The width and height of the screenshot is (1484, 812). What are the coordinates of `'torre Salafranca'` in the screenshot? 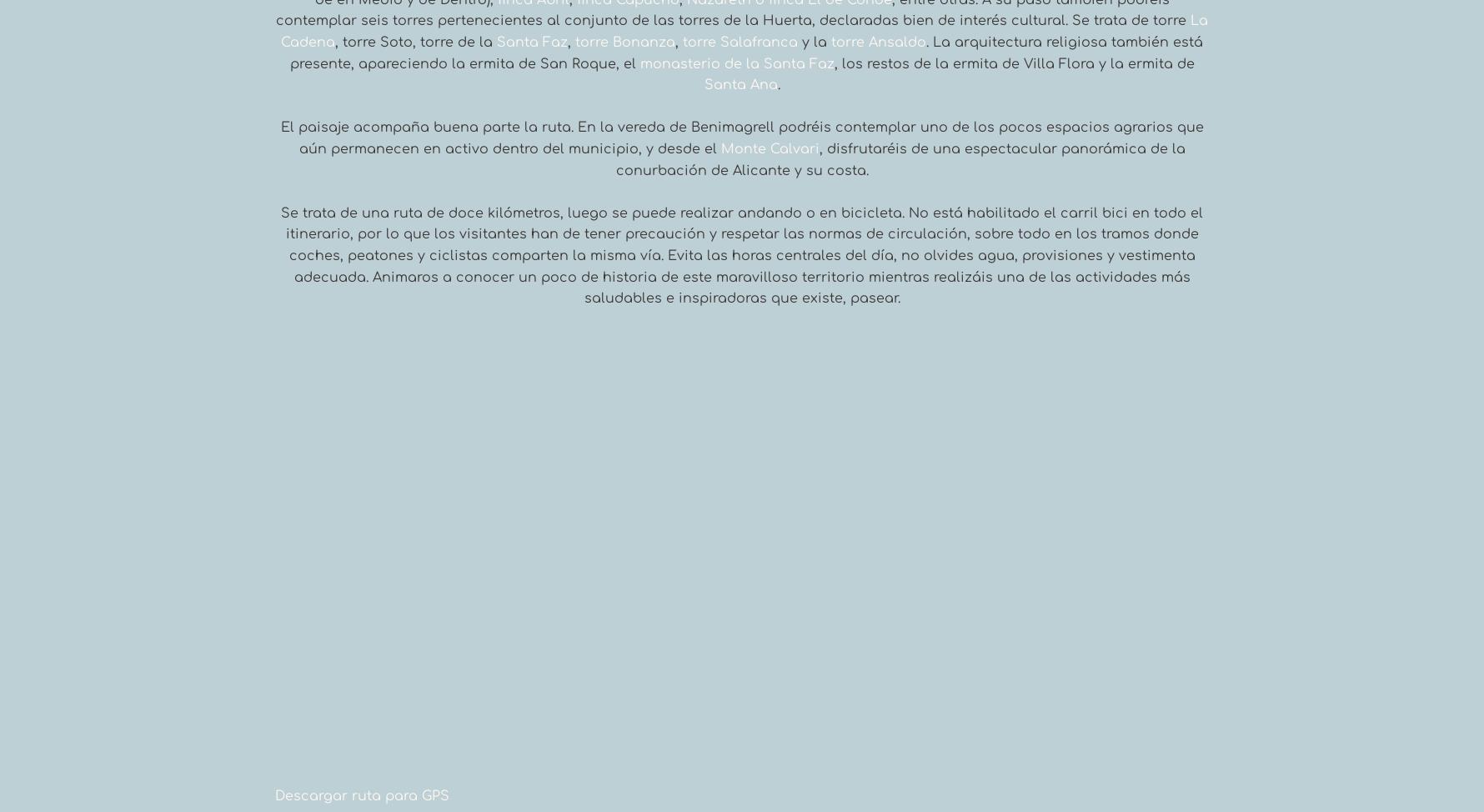 It's located at (681, 43).